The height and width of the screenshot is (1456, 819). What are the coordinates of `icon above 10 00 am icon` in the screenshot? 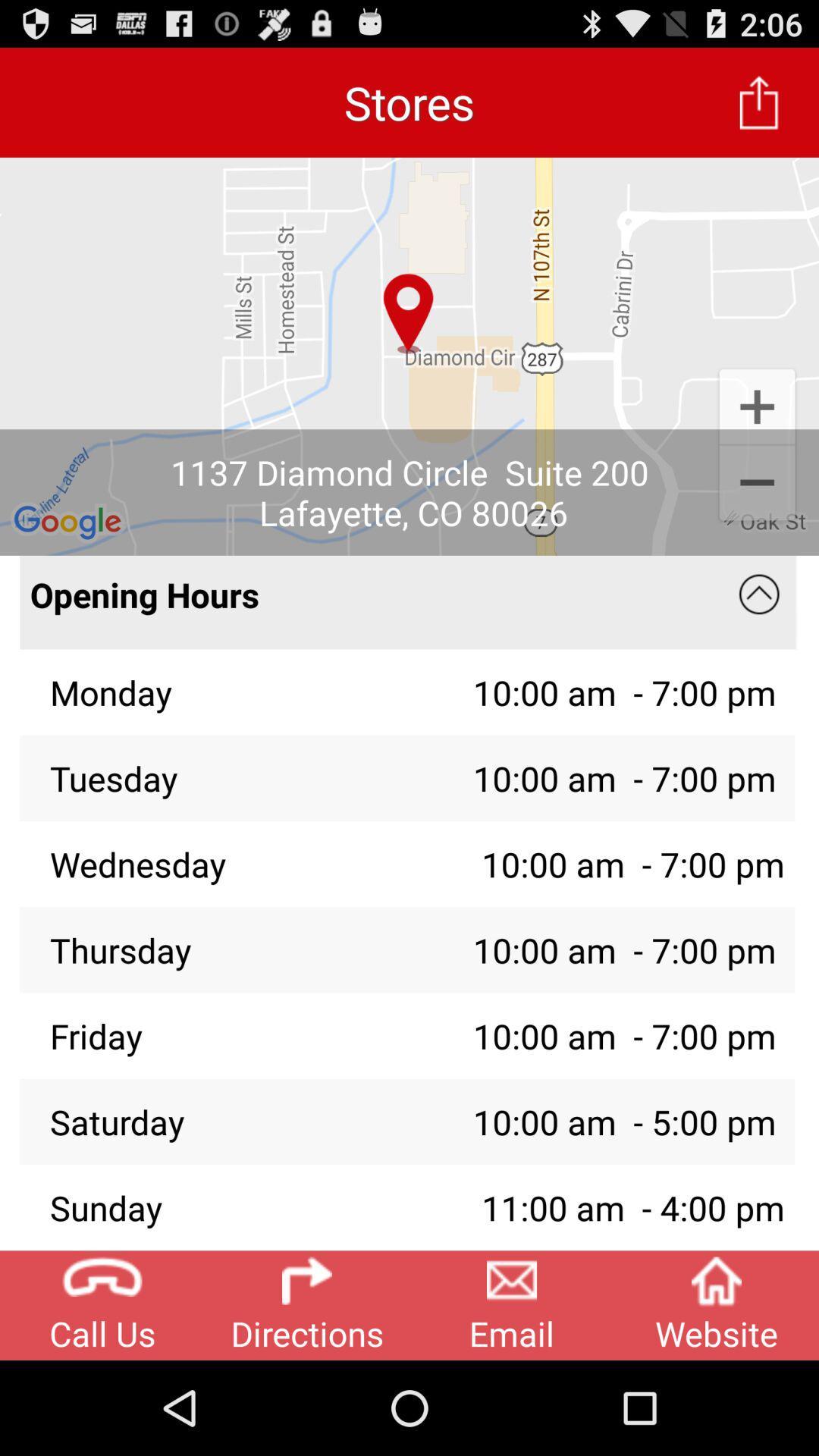 It's located at (759, 594).